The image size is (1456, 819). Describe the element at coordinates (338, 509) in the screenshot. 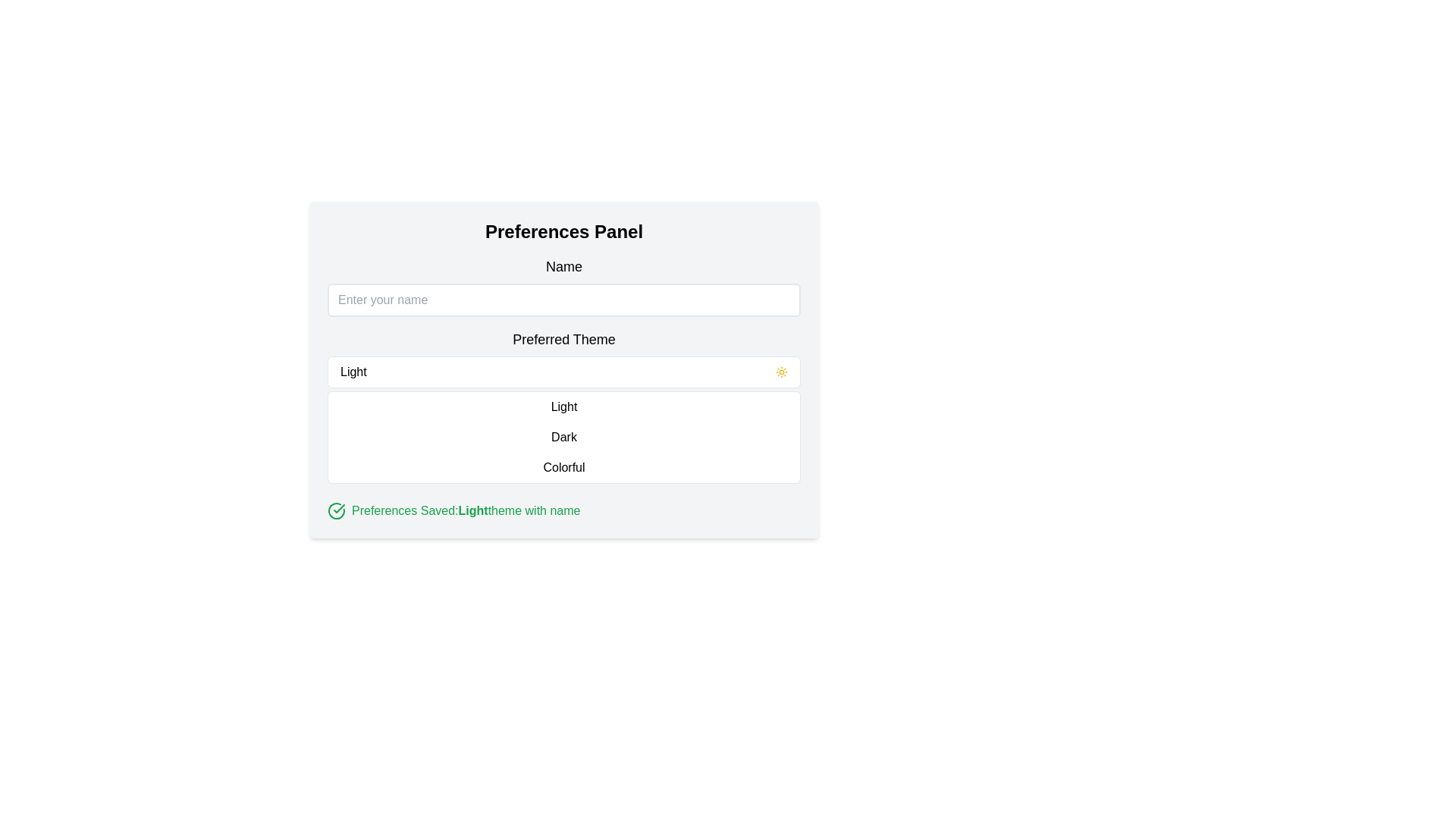

I see `the Checkmark icon within the SVG graphic that signifies confirmation of saved preferences, located near the bottom-left of the interface` at that location.